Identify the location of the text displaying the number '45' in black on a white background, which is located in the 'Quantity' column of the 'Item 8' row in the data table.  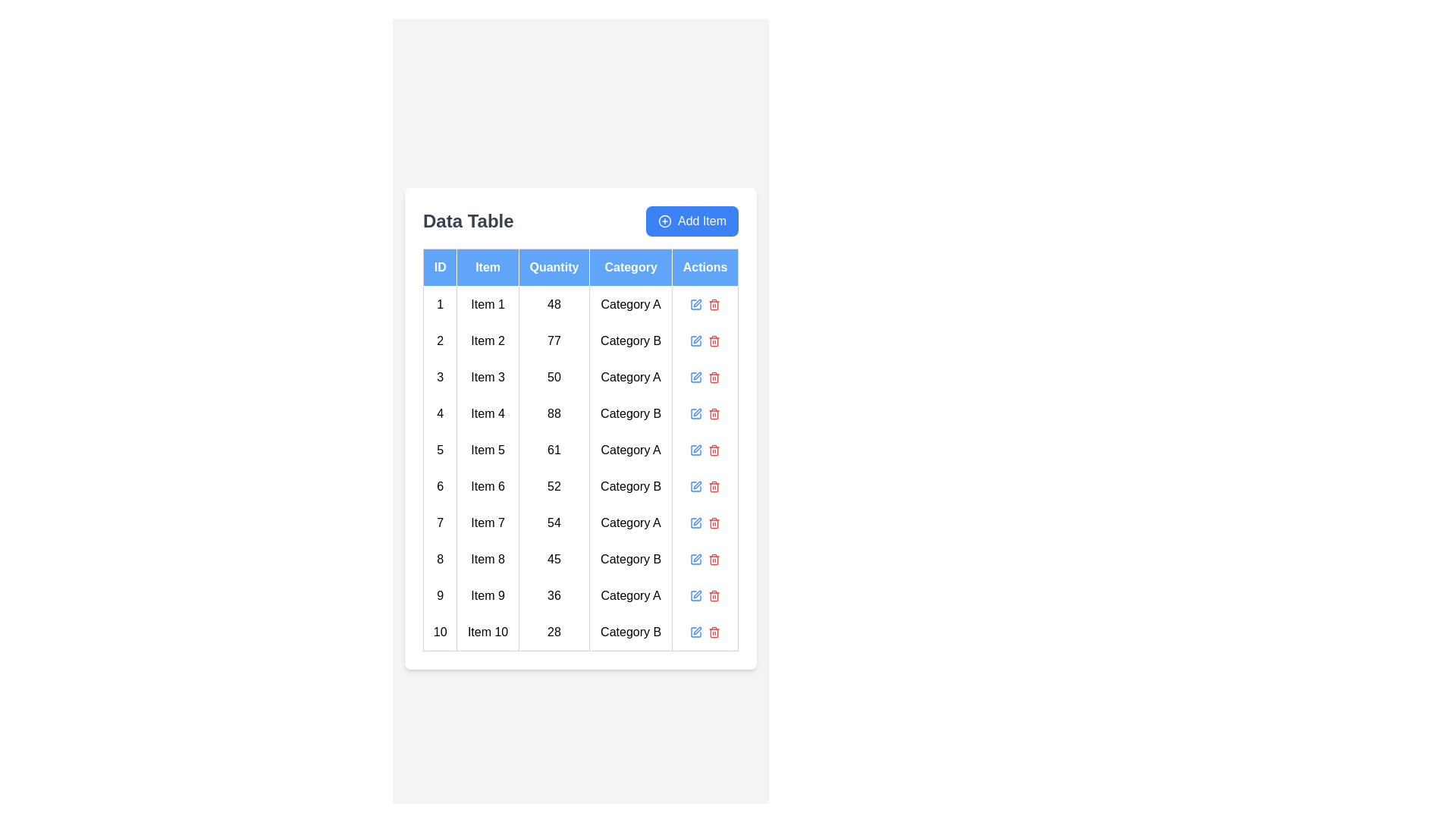
(553, 559).